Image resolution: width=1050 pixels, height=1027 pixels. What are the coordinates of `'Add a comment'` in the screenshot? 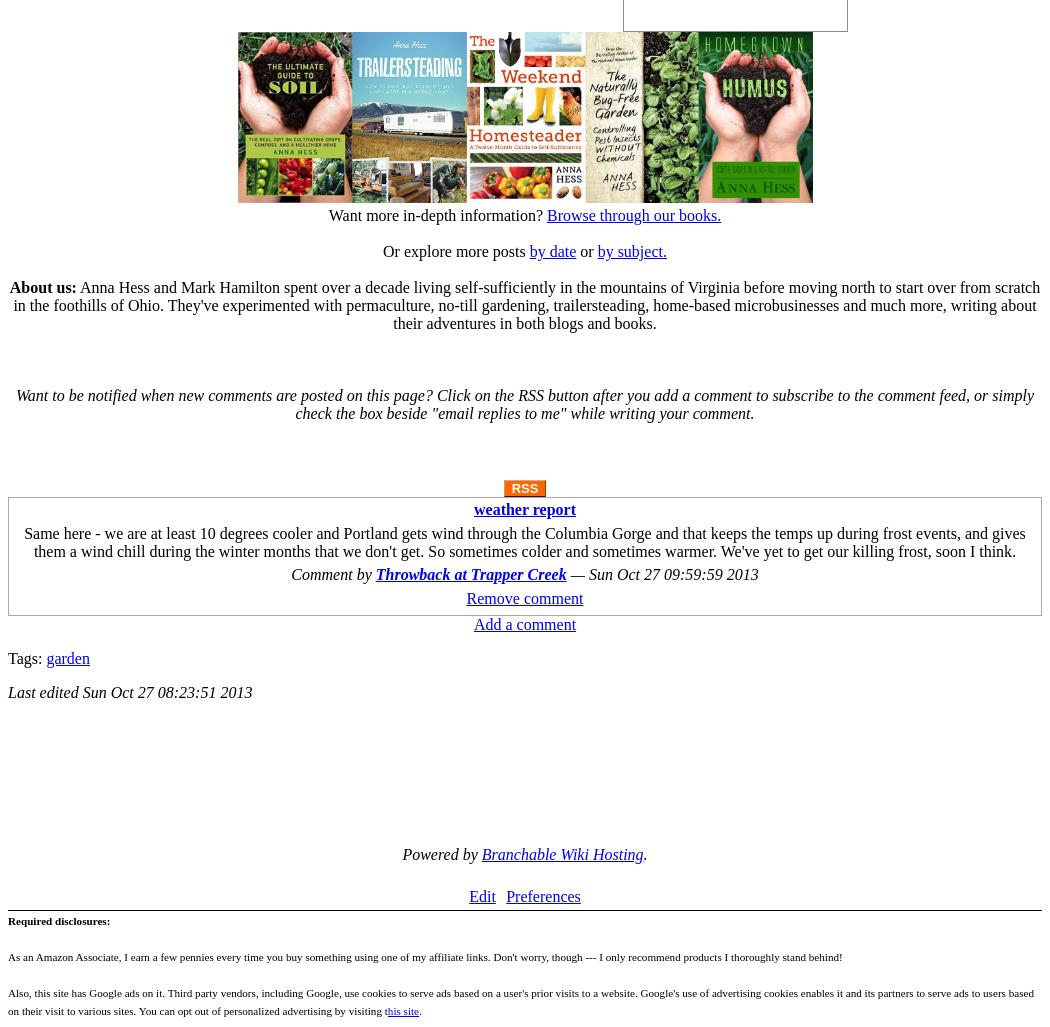 It's located at (473, 623).